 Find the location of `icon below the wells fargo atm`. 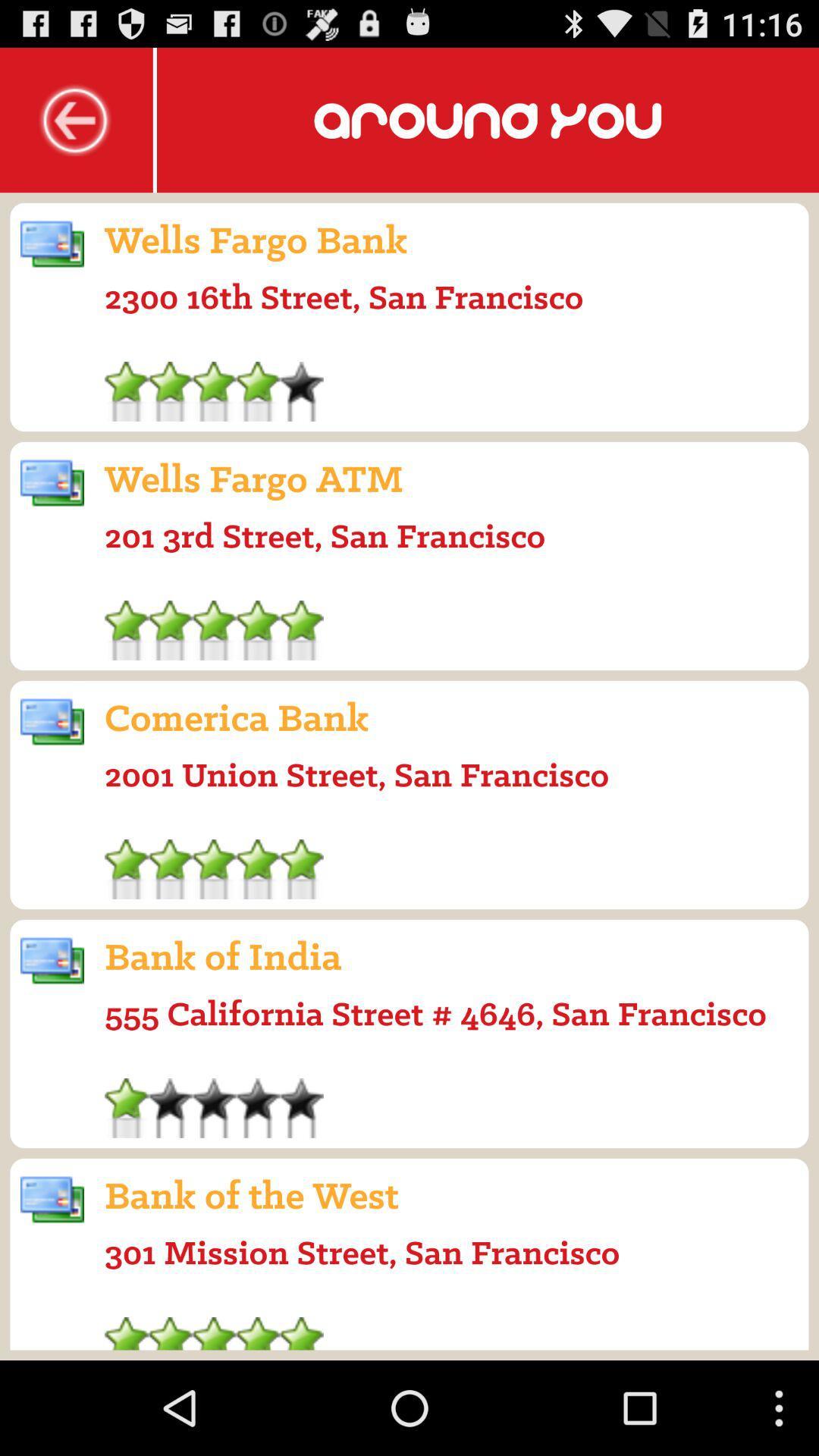

icon below the wells fargo atm is located at coordinates (324, 535).